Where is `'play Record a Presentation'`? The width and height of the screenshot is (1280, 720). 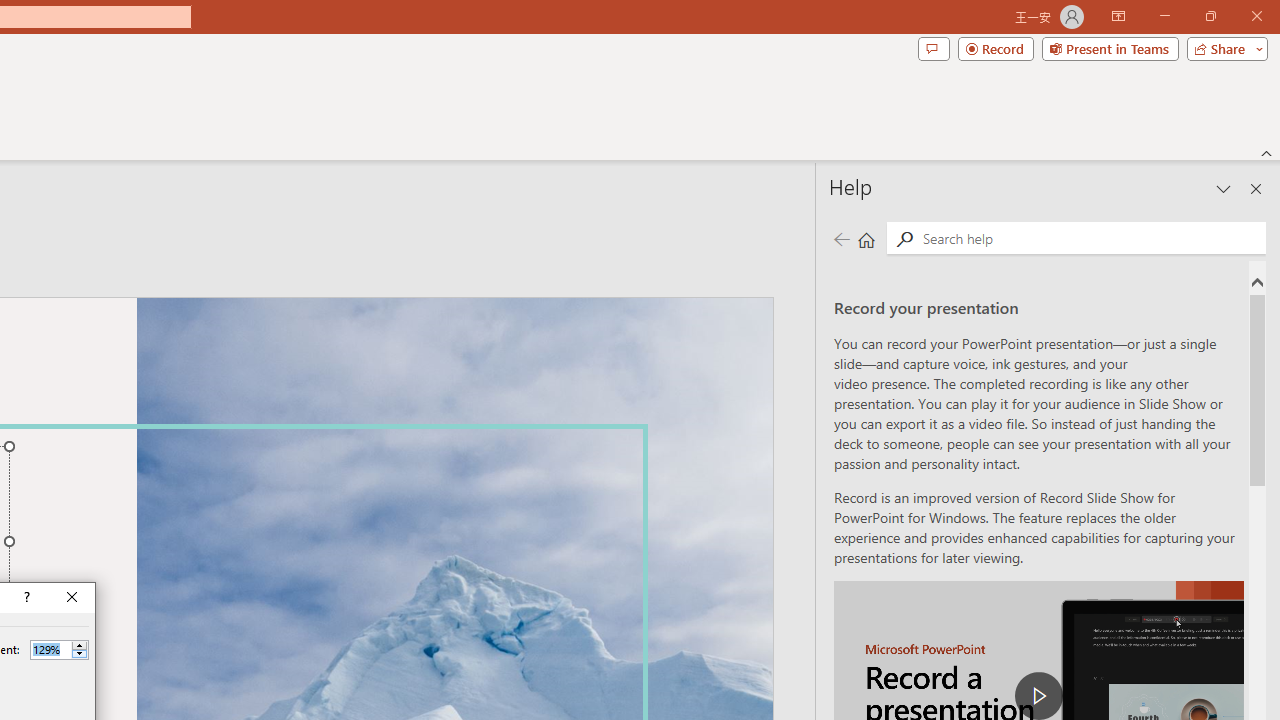
'play Record a Presentation' is located at coordinates (1038, 694).